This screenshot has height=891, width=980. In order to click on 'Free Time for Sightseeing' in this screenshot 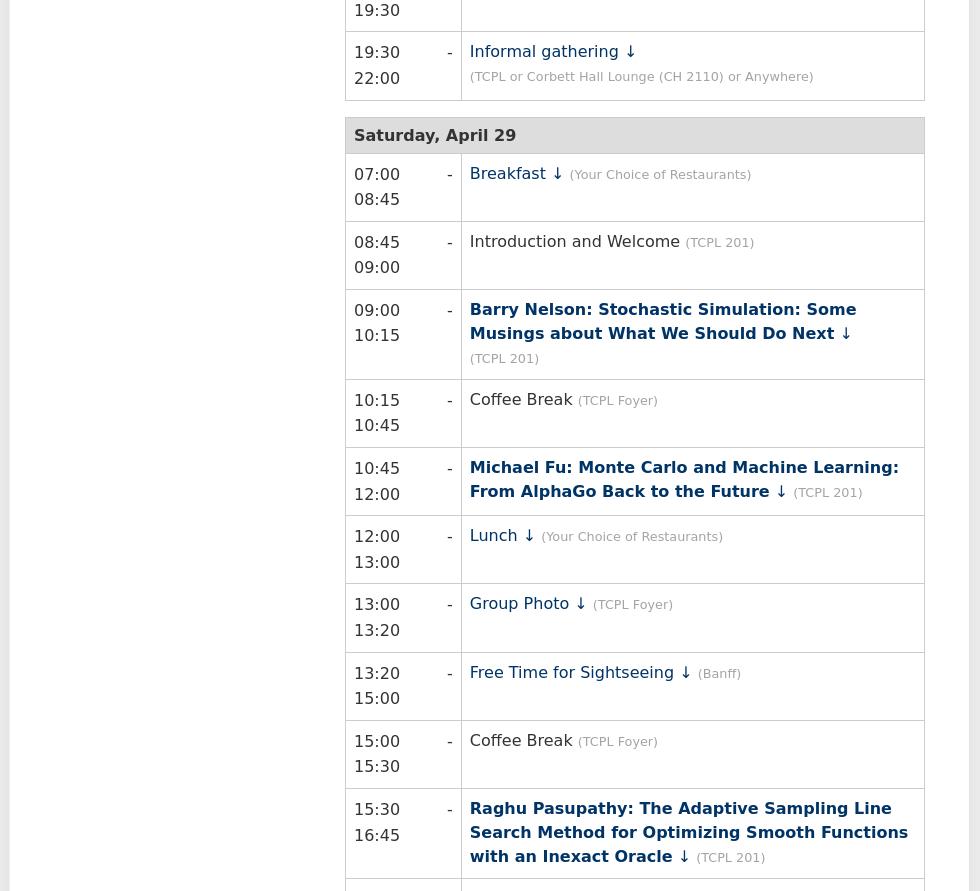, I will do `click(571, 670)`.